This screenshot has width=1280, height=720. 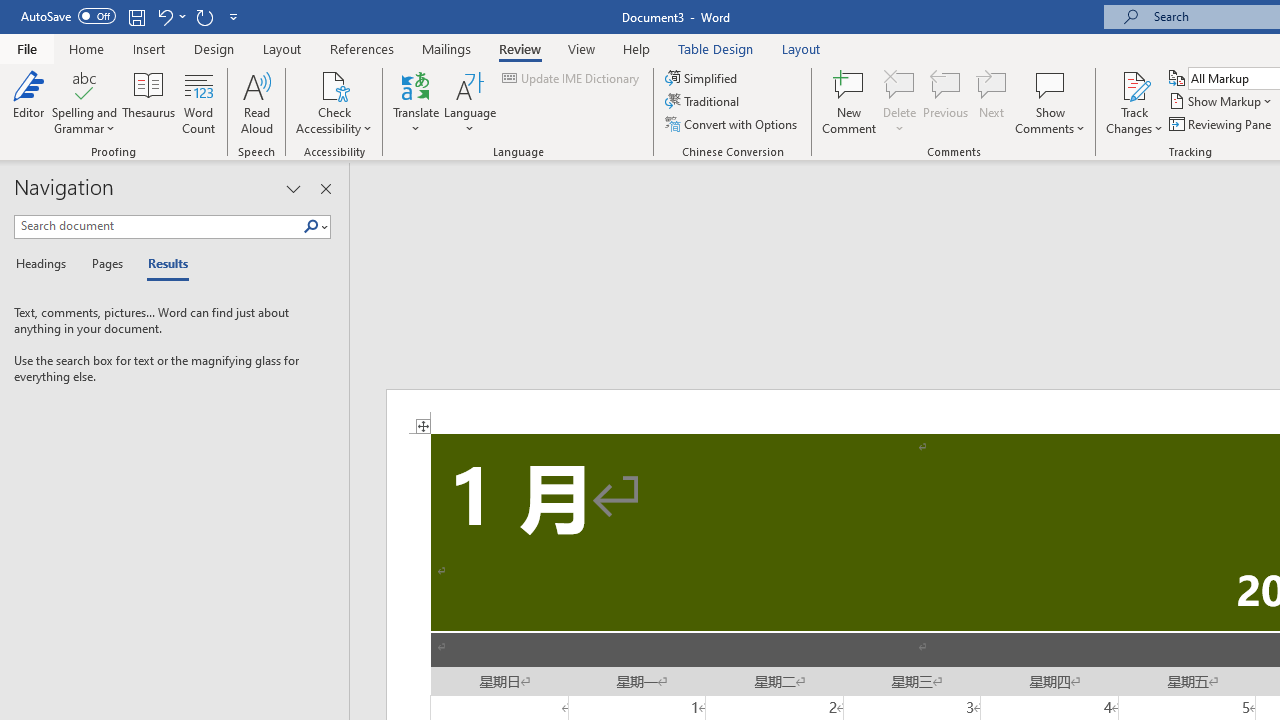 I want to click on 'Update IME Dictionary...', so click(x=571, y=77).